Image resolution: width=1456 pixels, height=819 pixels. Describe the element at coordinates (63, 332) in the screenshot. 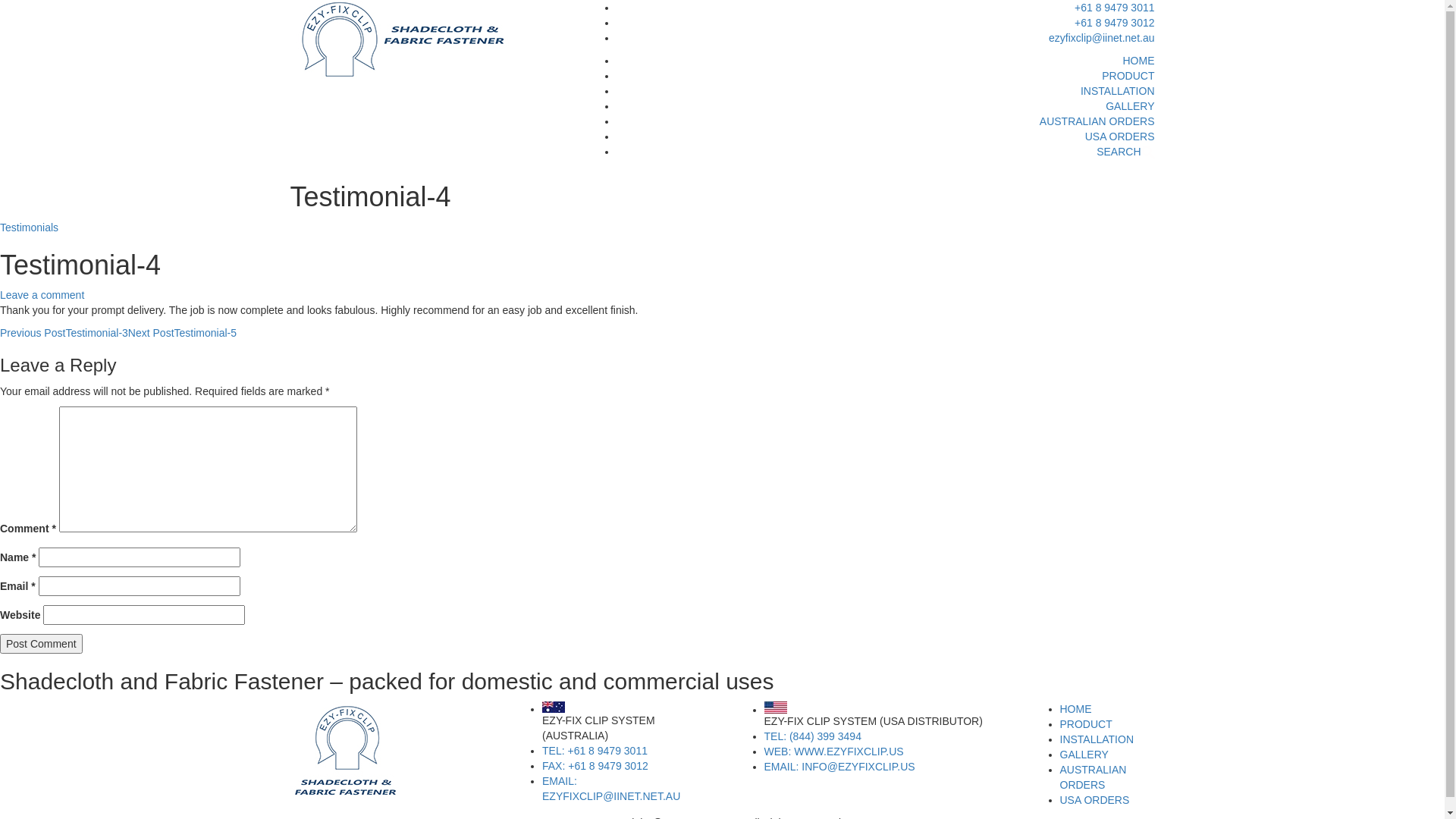

I see `'Previous PostTestimonial-3'` at that location.